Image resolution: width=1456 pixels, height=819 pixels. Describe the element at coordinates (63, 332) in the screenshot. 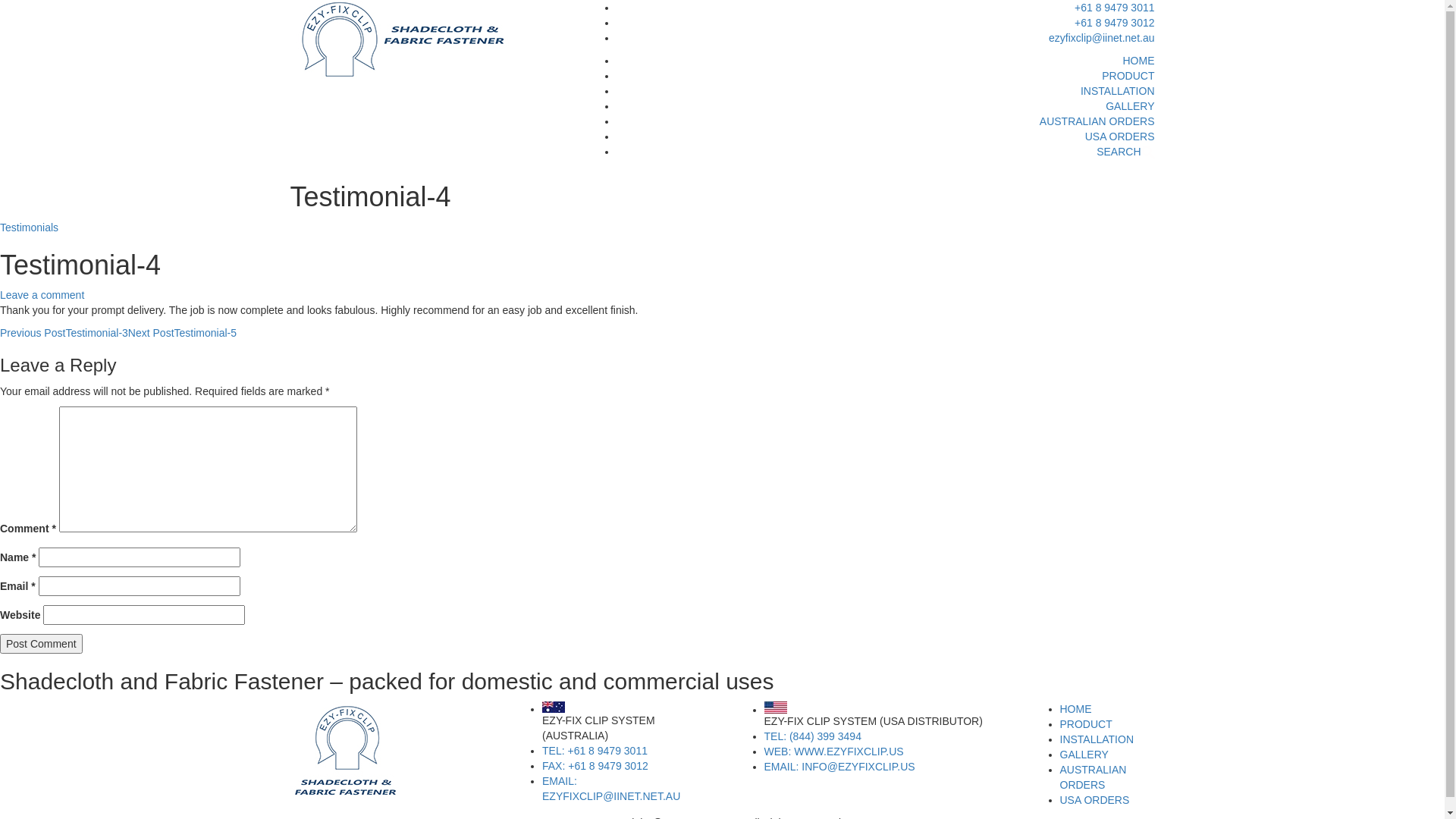

I see `'Previous PostTestimonial-3'` at that location.